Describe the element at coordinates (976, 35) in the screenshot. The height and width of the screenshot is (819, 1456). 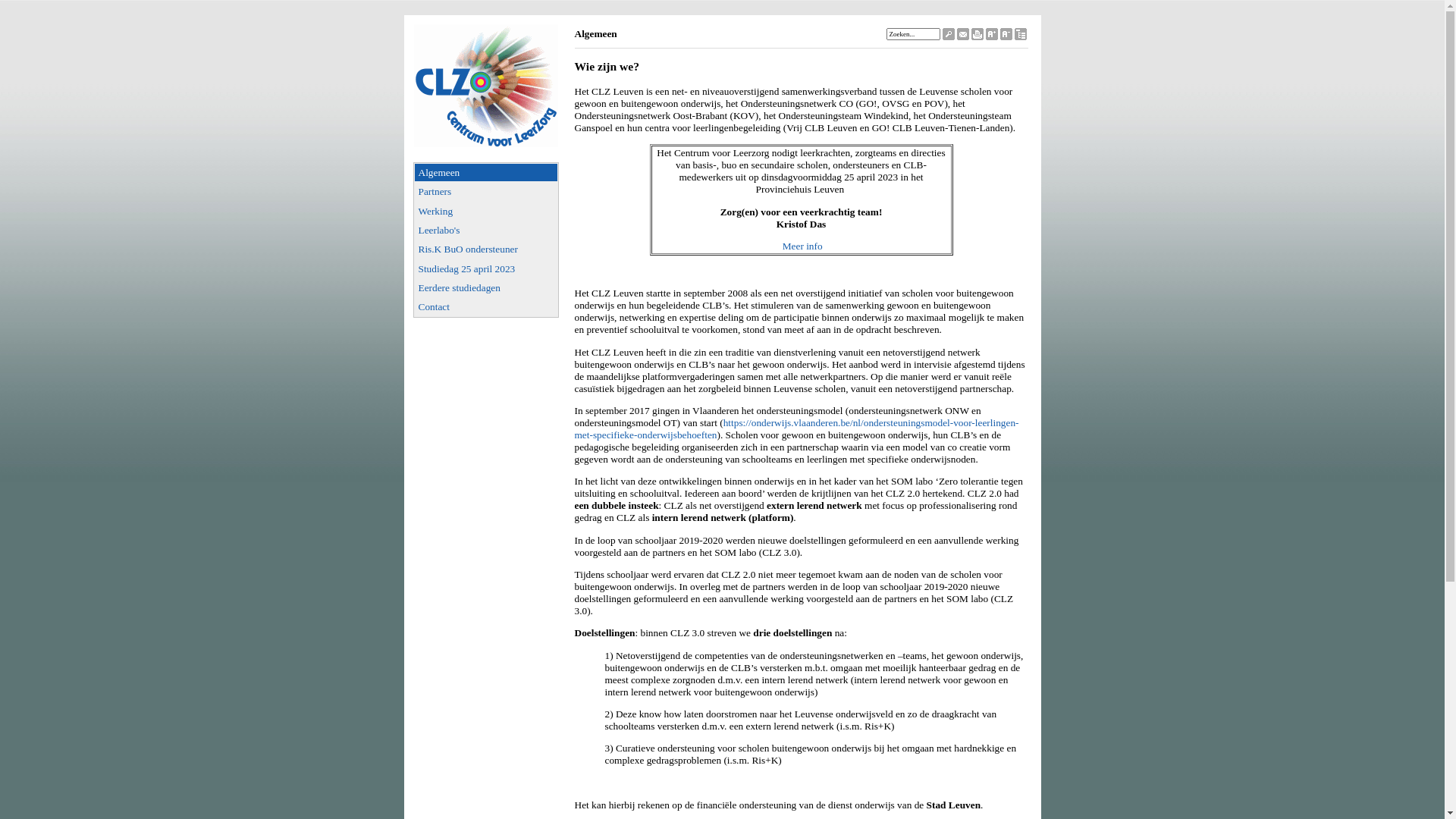
I see `'Printvriendelijke versie'` at that location.